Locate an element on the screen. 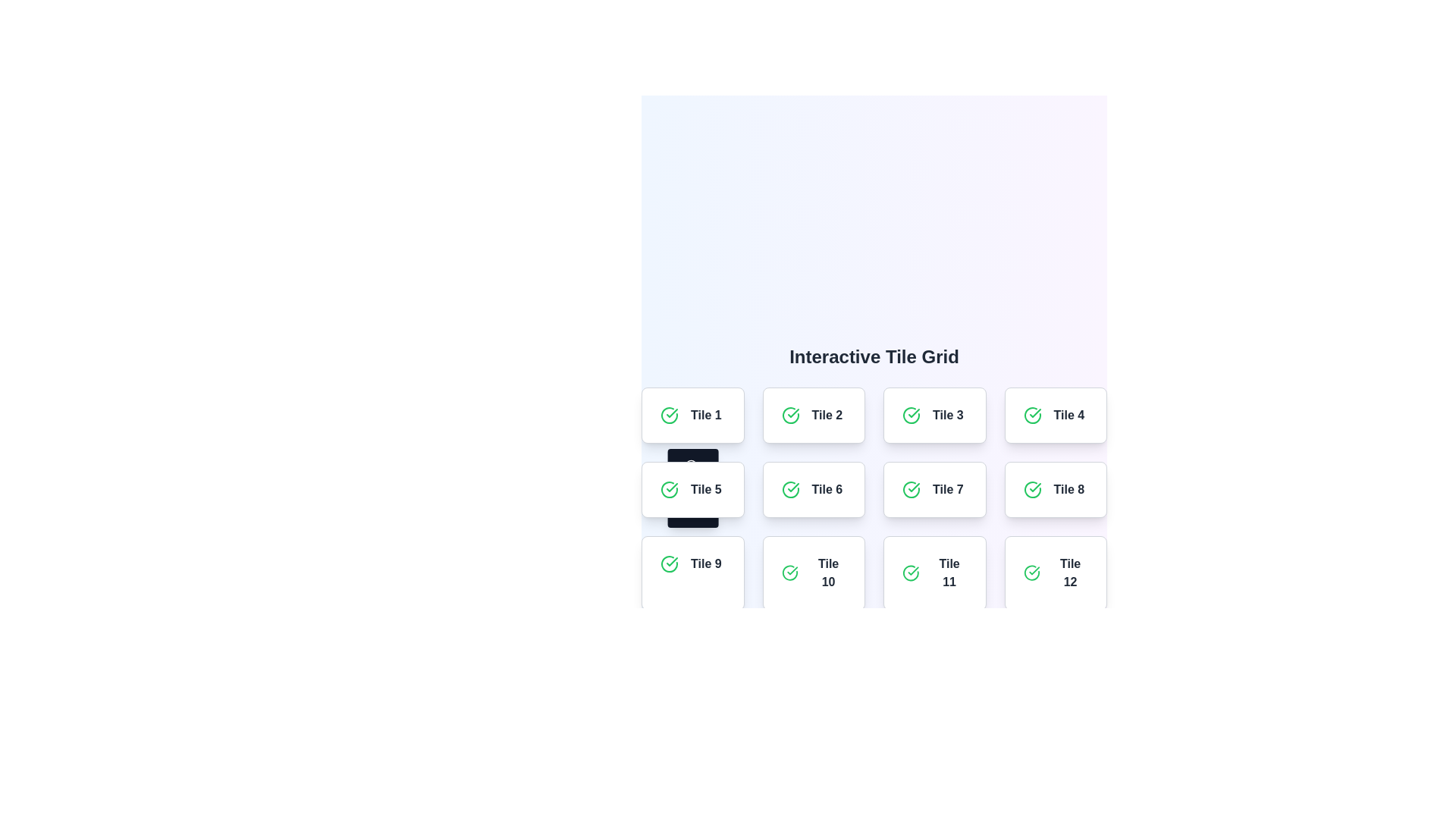  visual indicator icon that signifies the selection or activation of 'Tile 6', located to the left of the text 'Tile 6' is located at coordinates (789, 489).